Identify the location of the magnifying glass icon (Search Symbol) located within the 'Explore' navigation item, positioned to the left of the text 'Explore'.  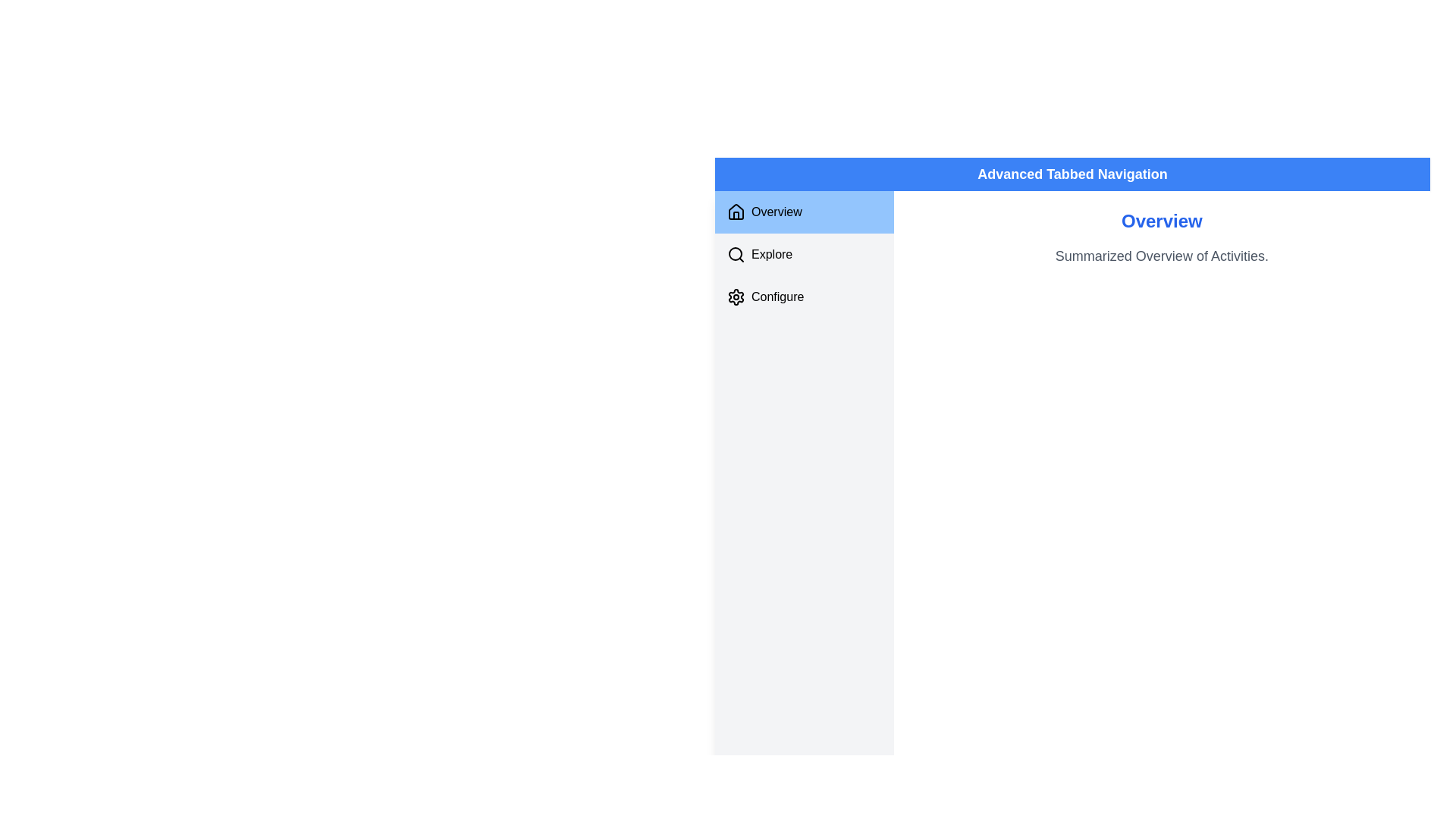
(736, 253).